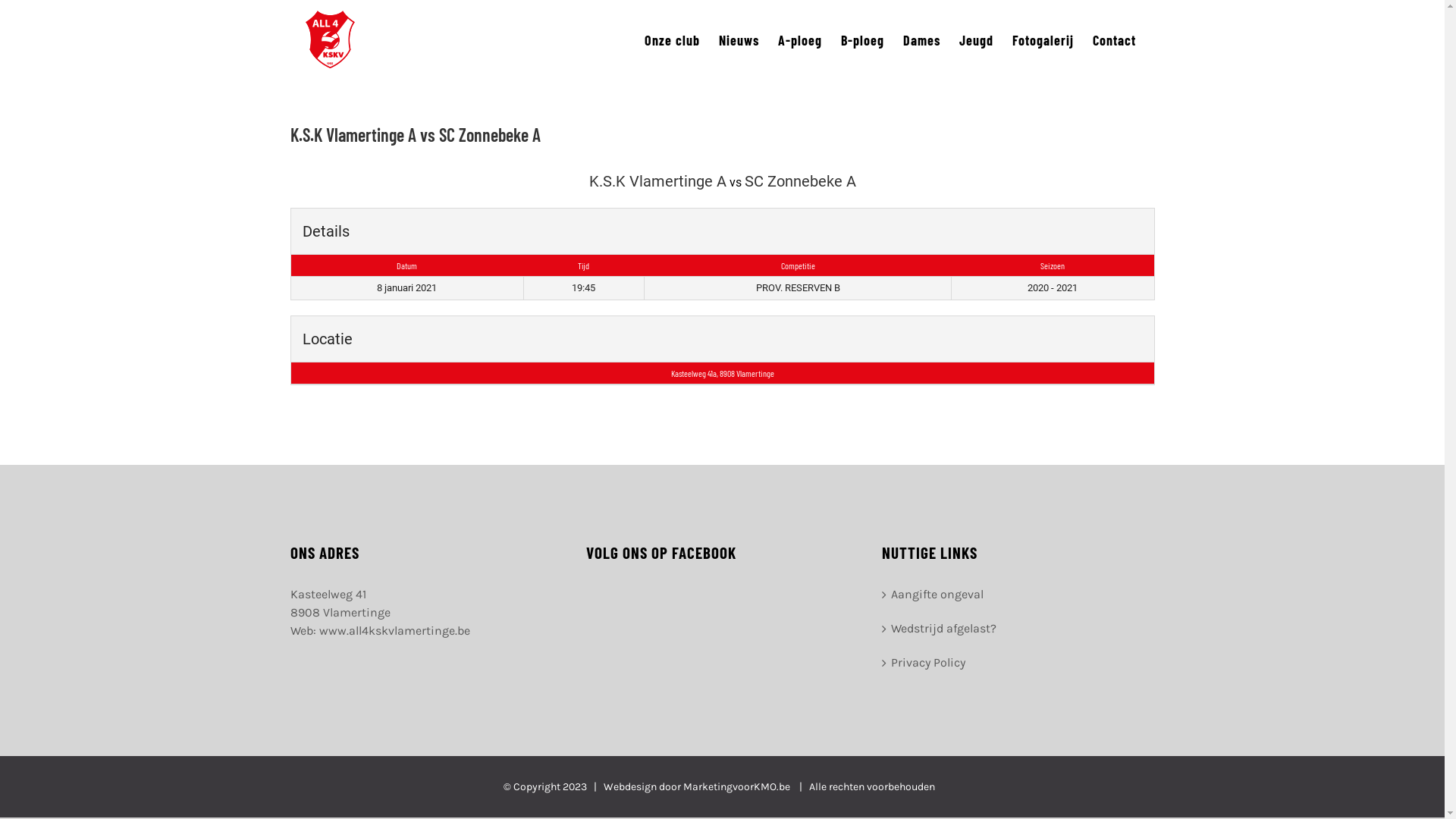 The image size is (1456, 819). What do you see at coordinates (1113, 39) in the screenshot?
I see `'Contact'` at bounding box center [1113, 39].